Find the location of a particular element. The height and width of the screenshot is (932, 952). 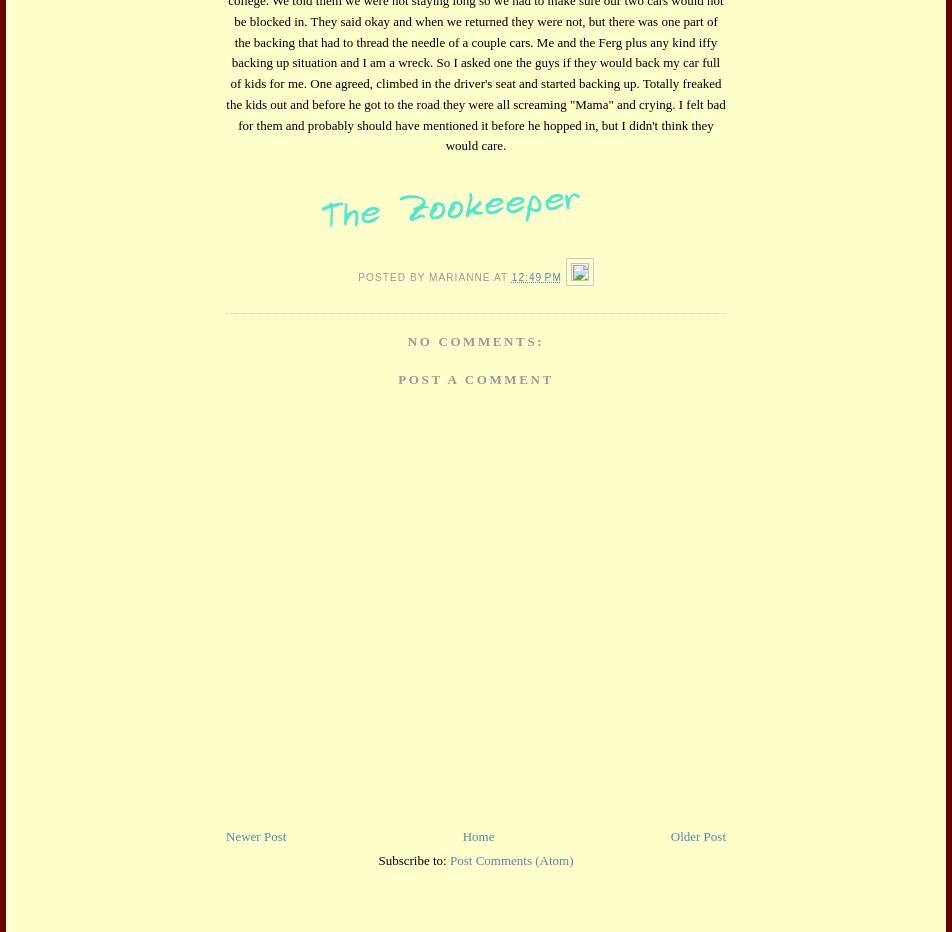

'Older Post' is located at coordinates (698, 835).